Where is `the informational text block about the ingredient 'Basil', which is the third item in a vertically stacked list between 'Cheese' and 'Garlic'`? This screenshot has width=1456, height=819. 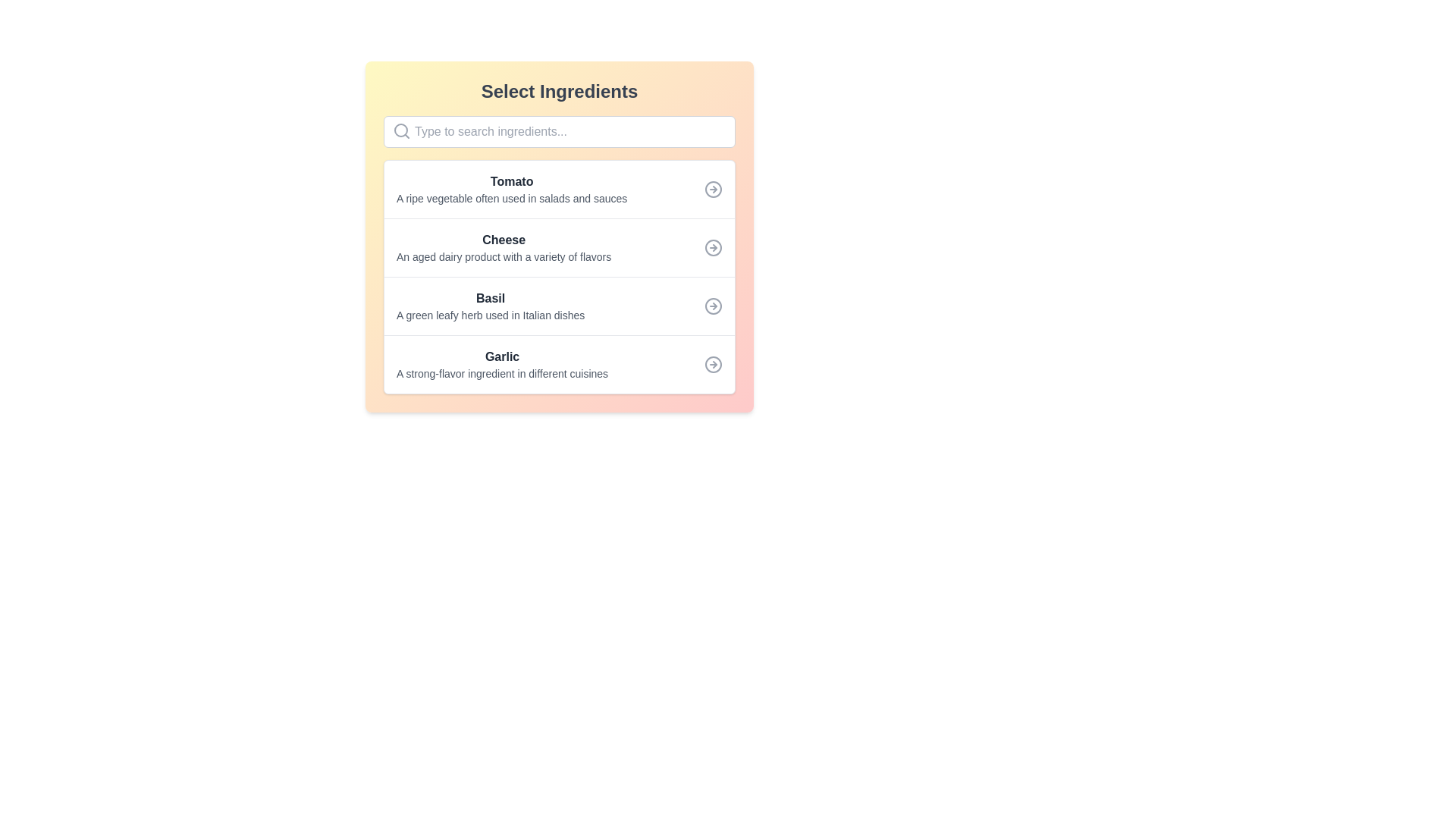 the informational text block about the ingredient 'Basil', which is the third item in a vertically stacked list between 'Cheese' and 'Garlic' is located at coordinates (491, 306).